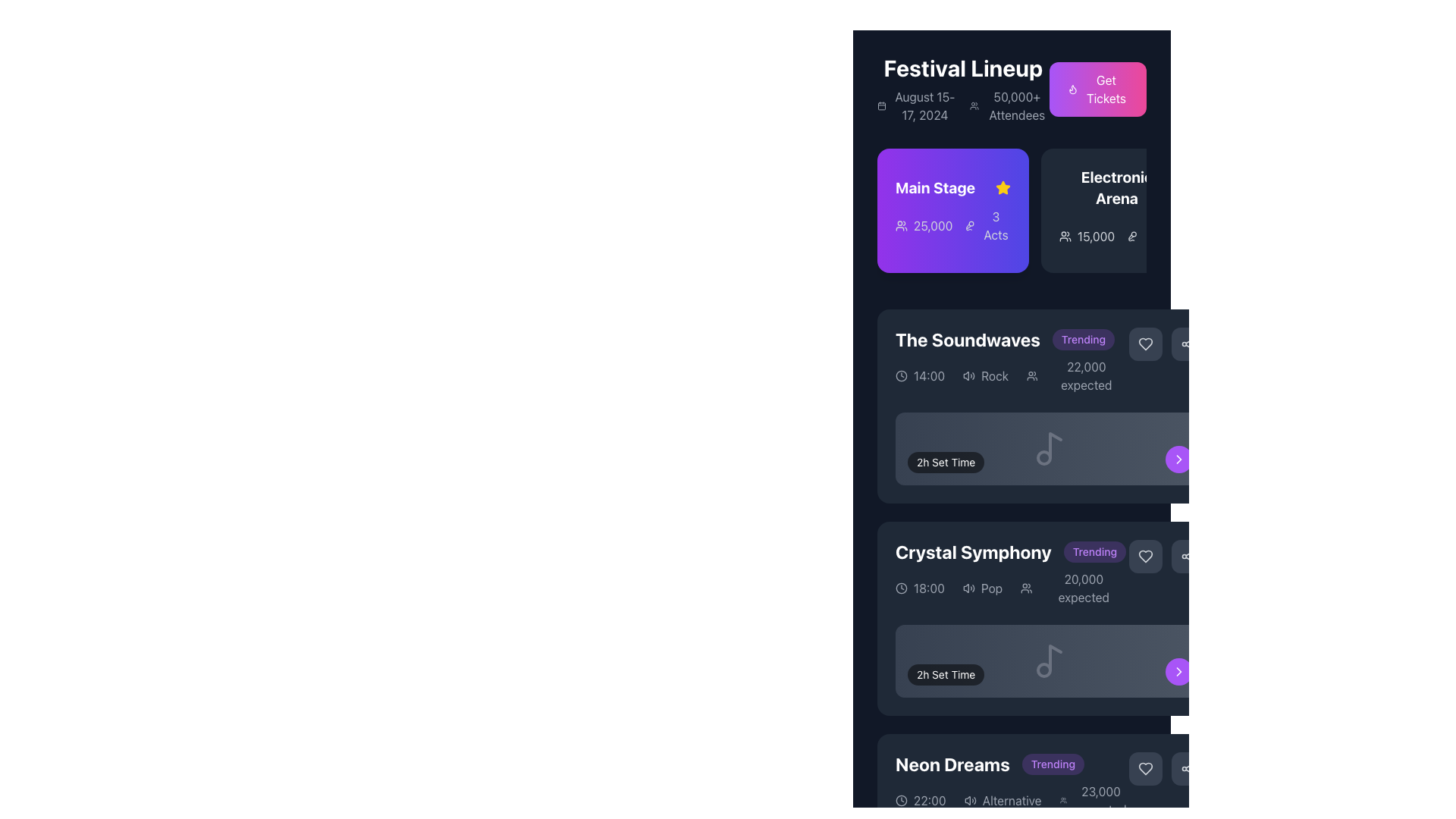 The width and height of the screenshot is (1456, 819). What do you see at coordinates (1065, 237) in the screenshot?
I see `the minimalistic SVG icon representing a group of people, which is styled in light color and positioned to the left of the text '15,000'` at bounding box center [1065, 237].